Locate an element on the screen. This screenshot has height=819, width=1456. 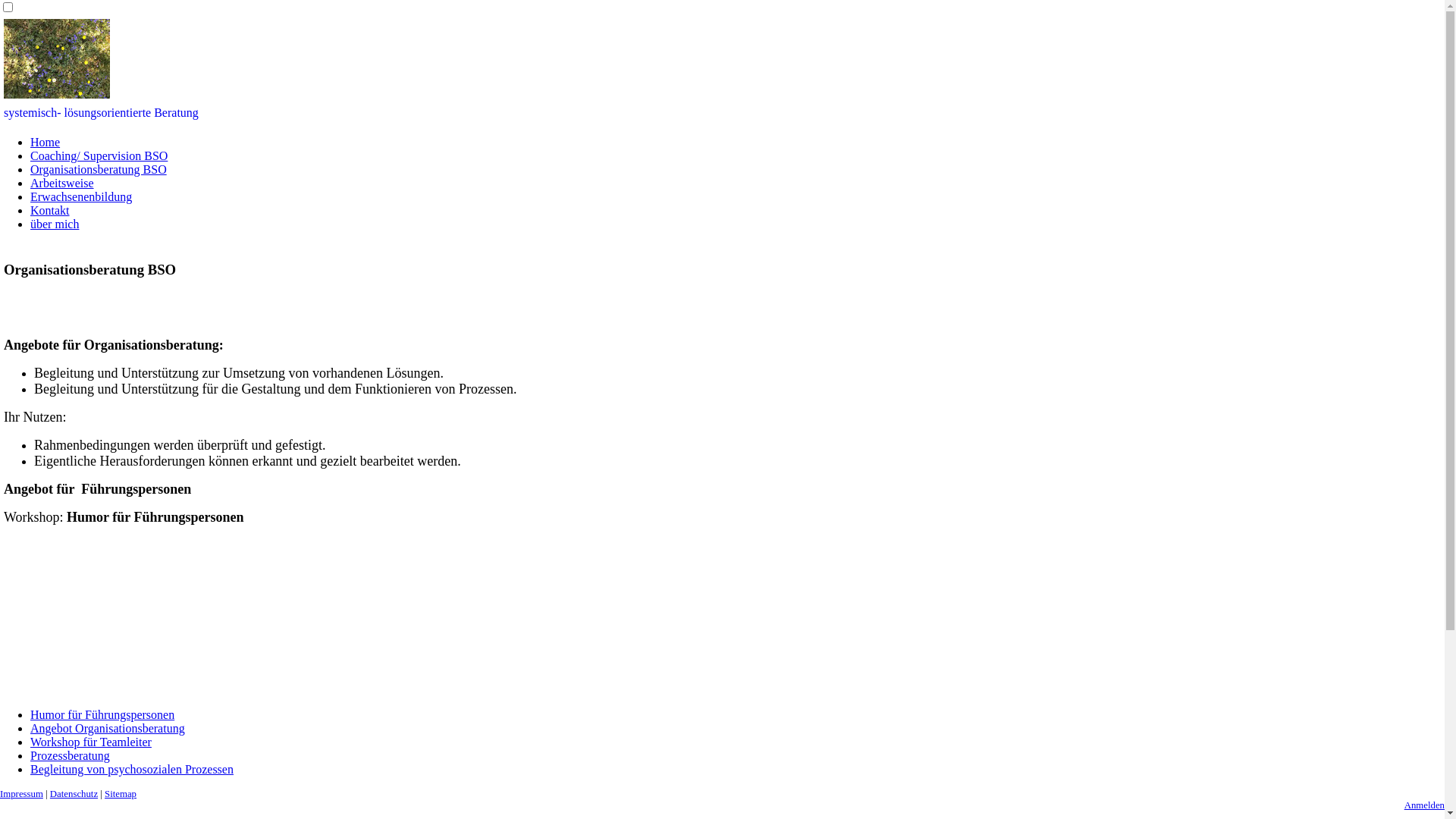
'Anmelden' is located at coordinates (1423, 804).